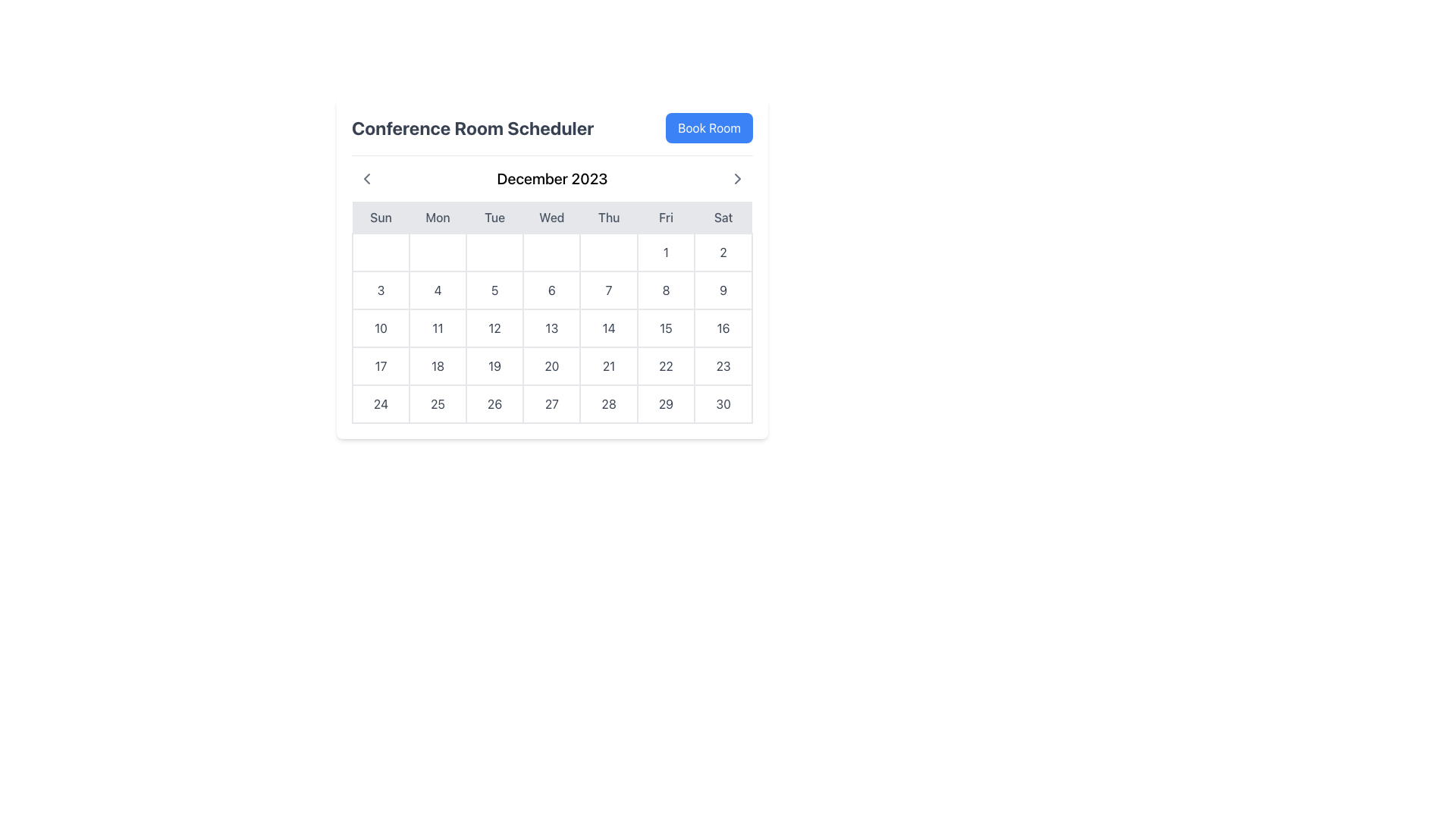 This screenshot has width=1456, height=819. Describe the element at coordinates (551, 290) in the screenshot. I see `the calendar date cell representing the date 6 in the fourth column of the second row` at that location.